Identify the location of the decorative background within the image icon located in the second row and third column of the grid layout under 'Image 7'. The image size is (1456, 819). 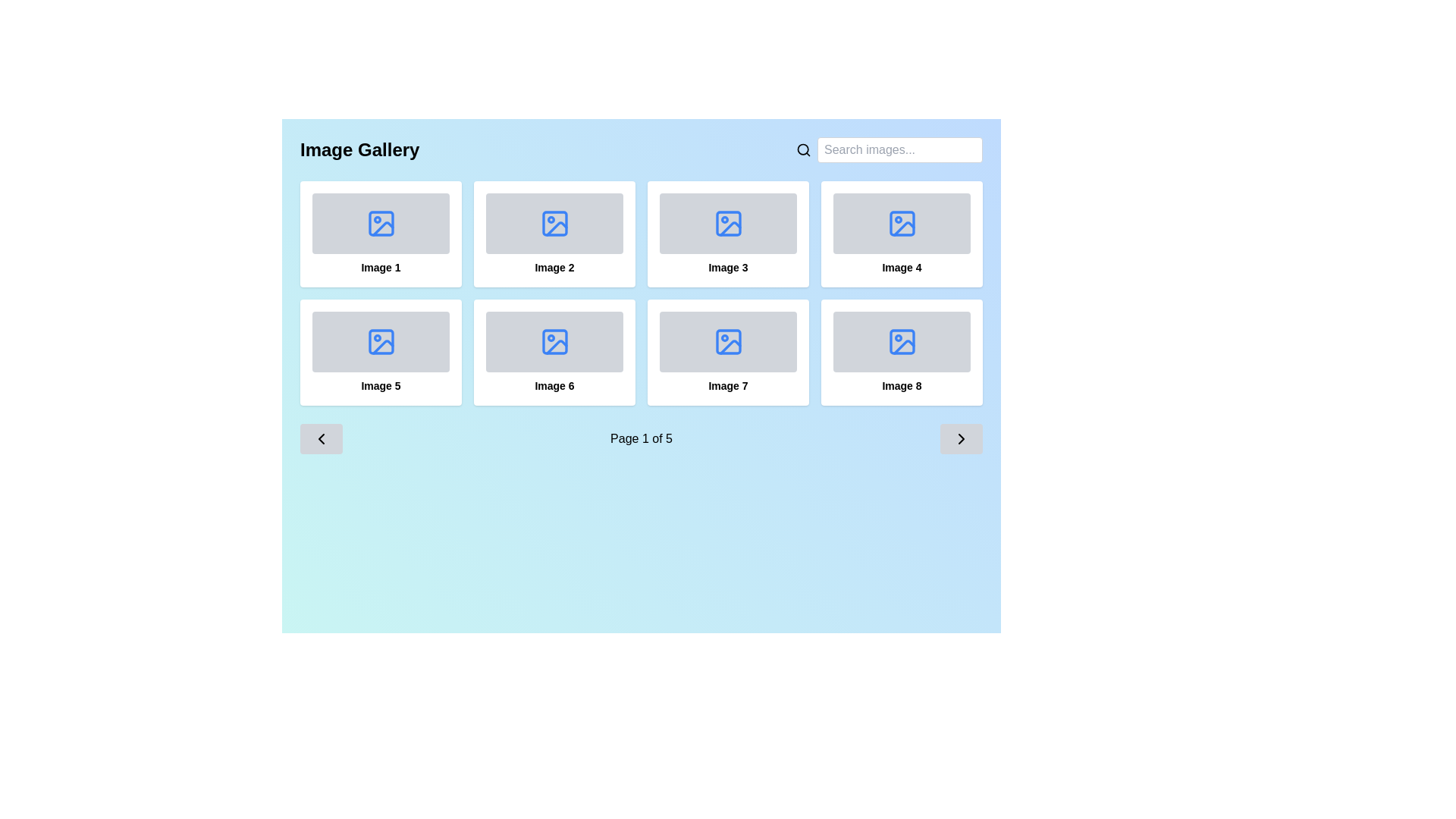
(728, 342).